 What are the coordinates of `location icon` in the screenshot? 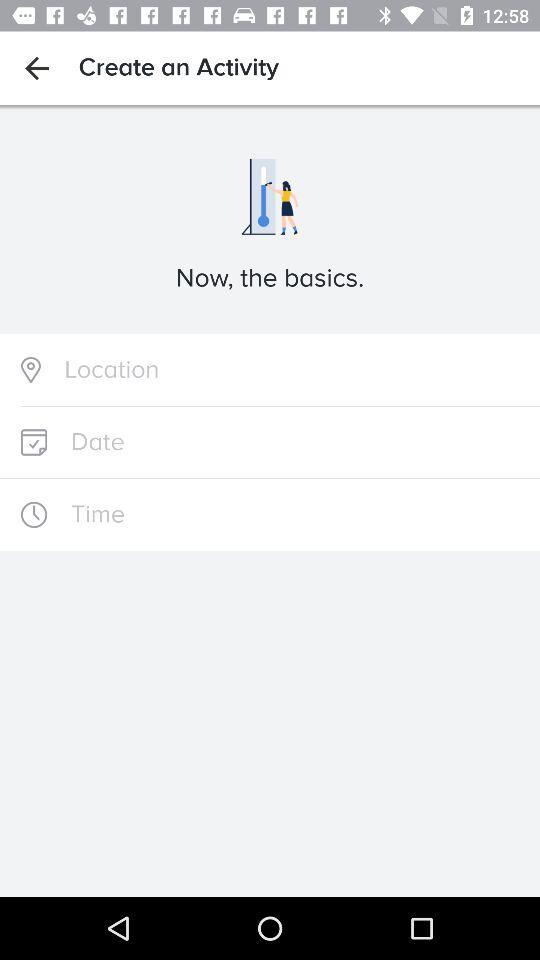 It's located at (270, 369).